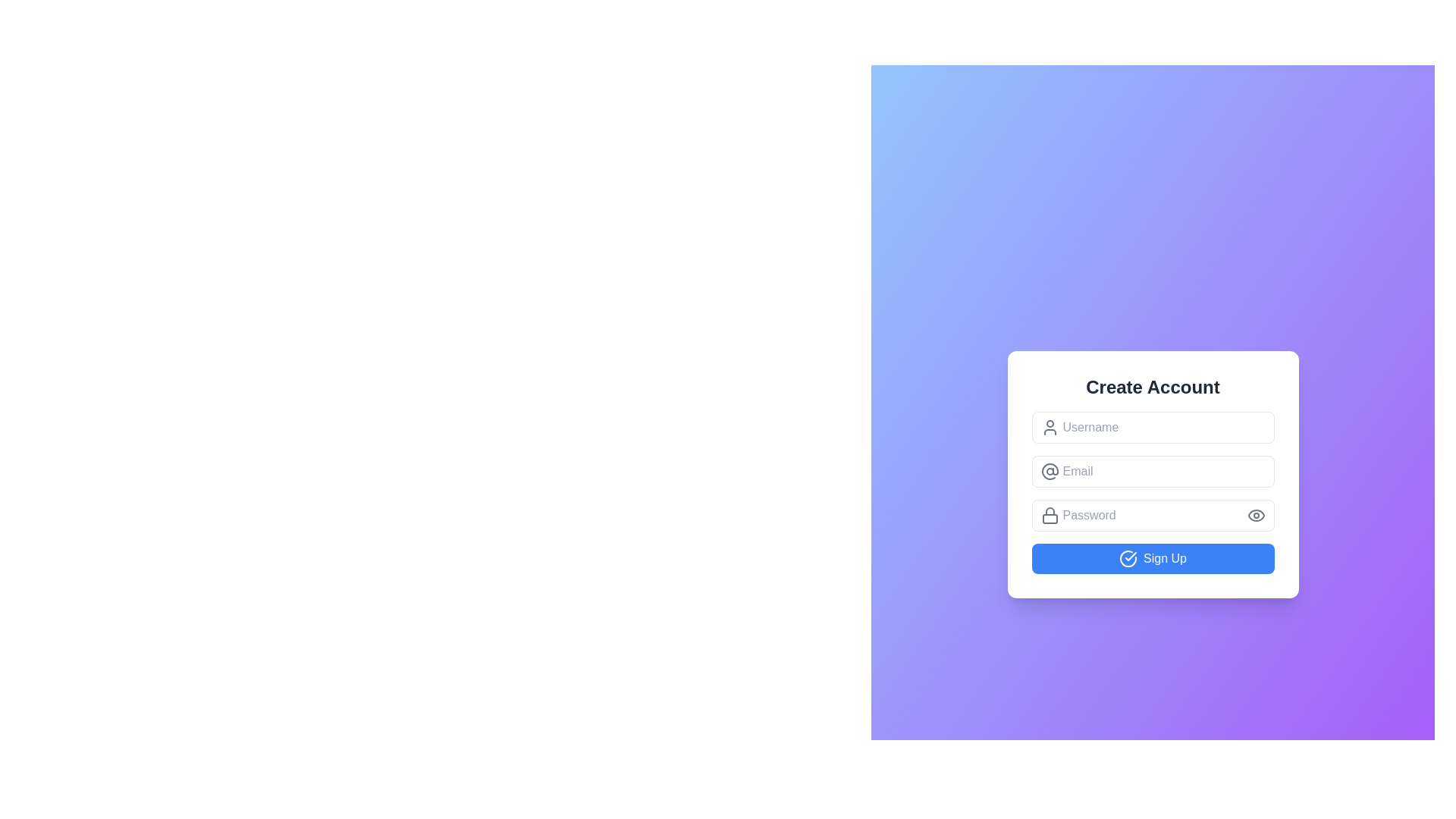 This screenshot has height=819, width=1456. I want to click on the 'Submit' button located at the bottom of the 'Create Account' card, so click(1153, 558).